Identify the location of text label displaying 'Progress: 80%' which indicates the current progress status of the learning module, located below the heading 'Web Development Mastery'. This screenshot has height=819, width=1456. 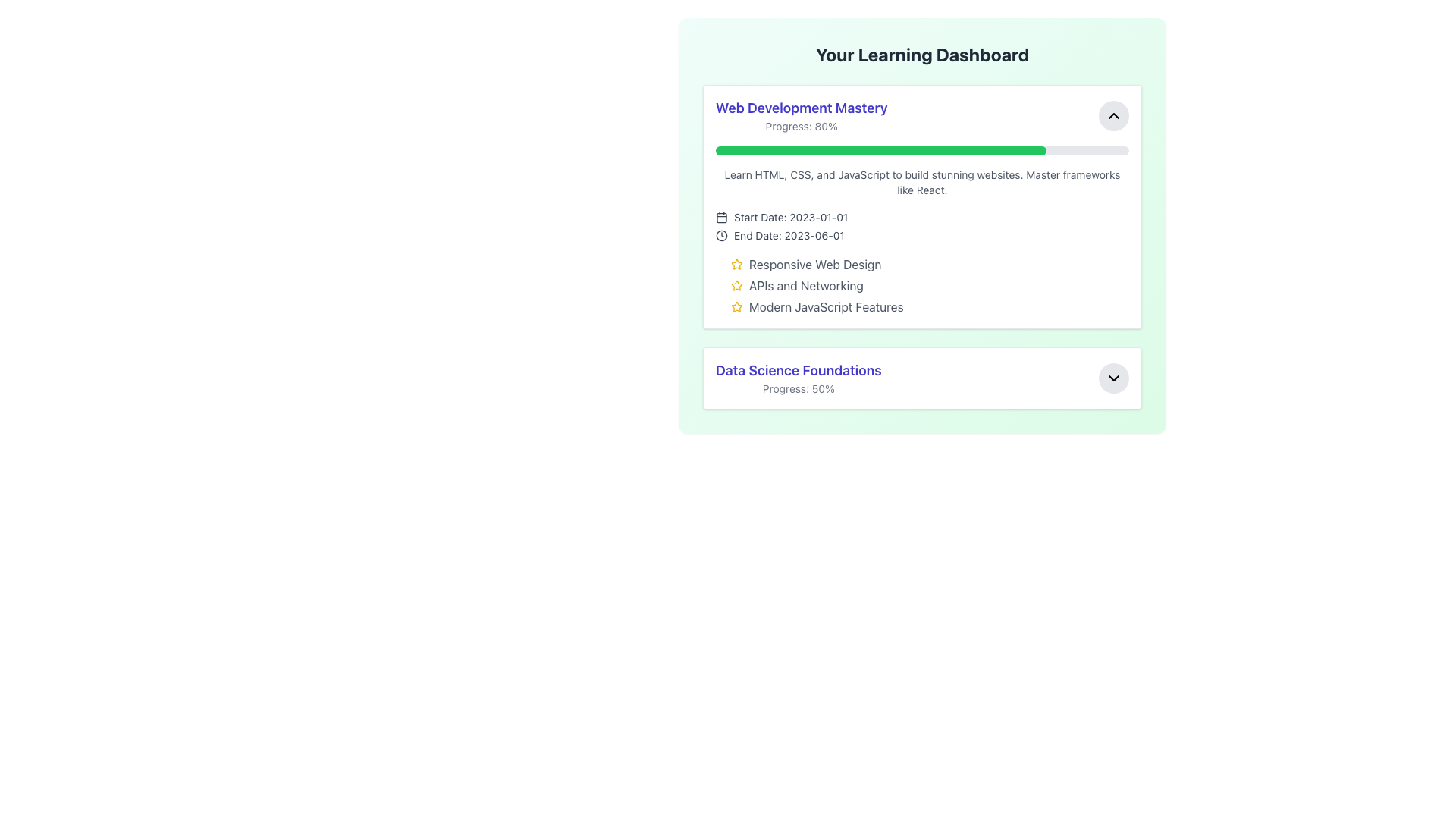
(801, 125).